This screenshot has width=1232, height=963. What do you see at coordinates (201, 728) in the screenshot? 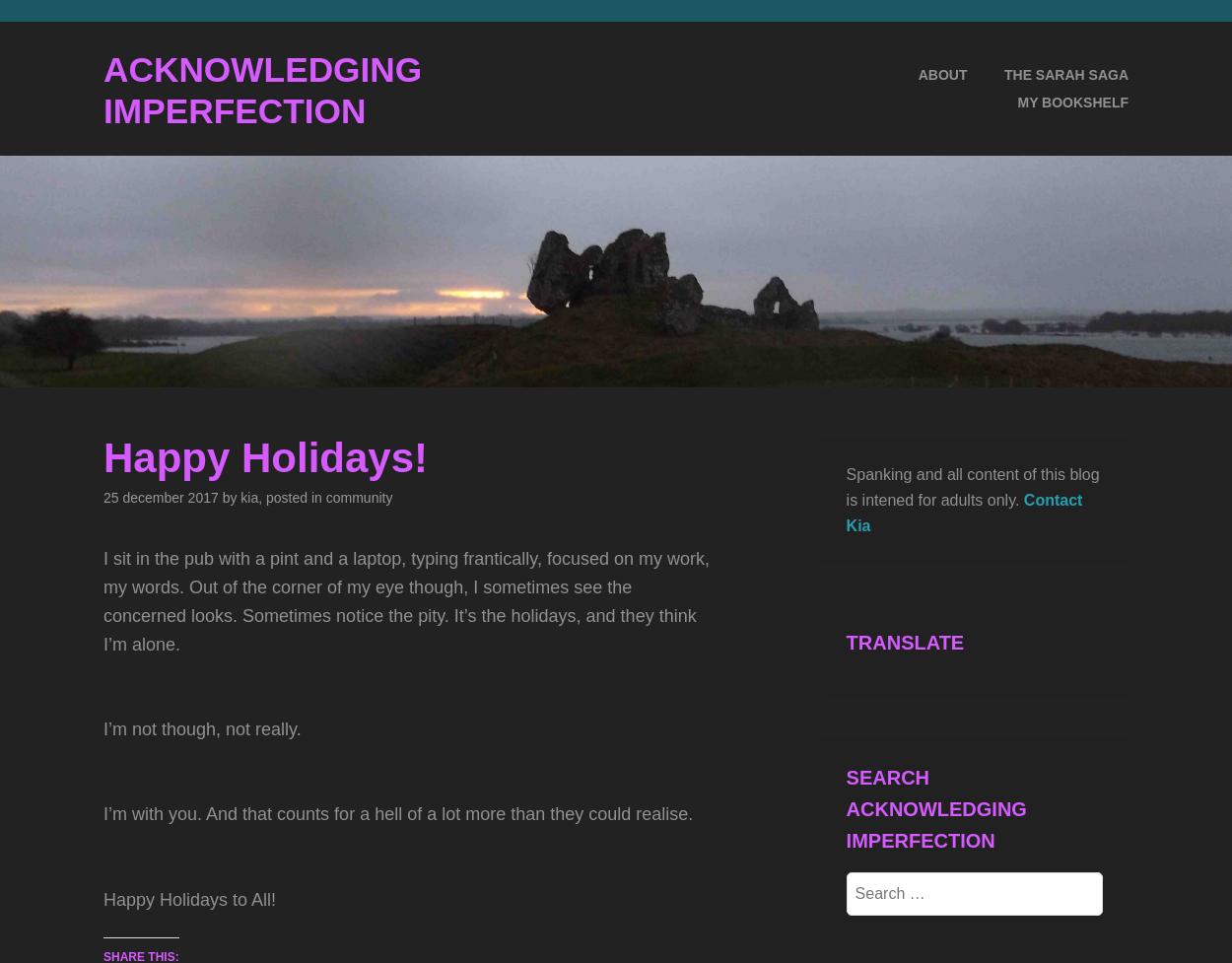
I see `'I’m not though, not really.'` at bounding box center [201, 728].